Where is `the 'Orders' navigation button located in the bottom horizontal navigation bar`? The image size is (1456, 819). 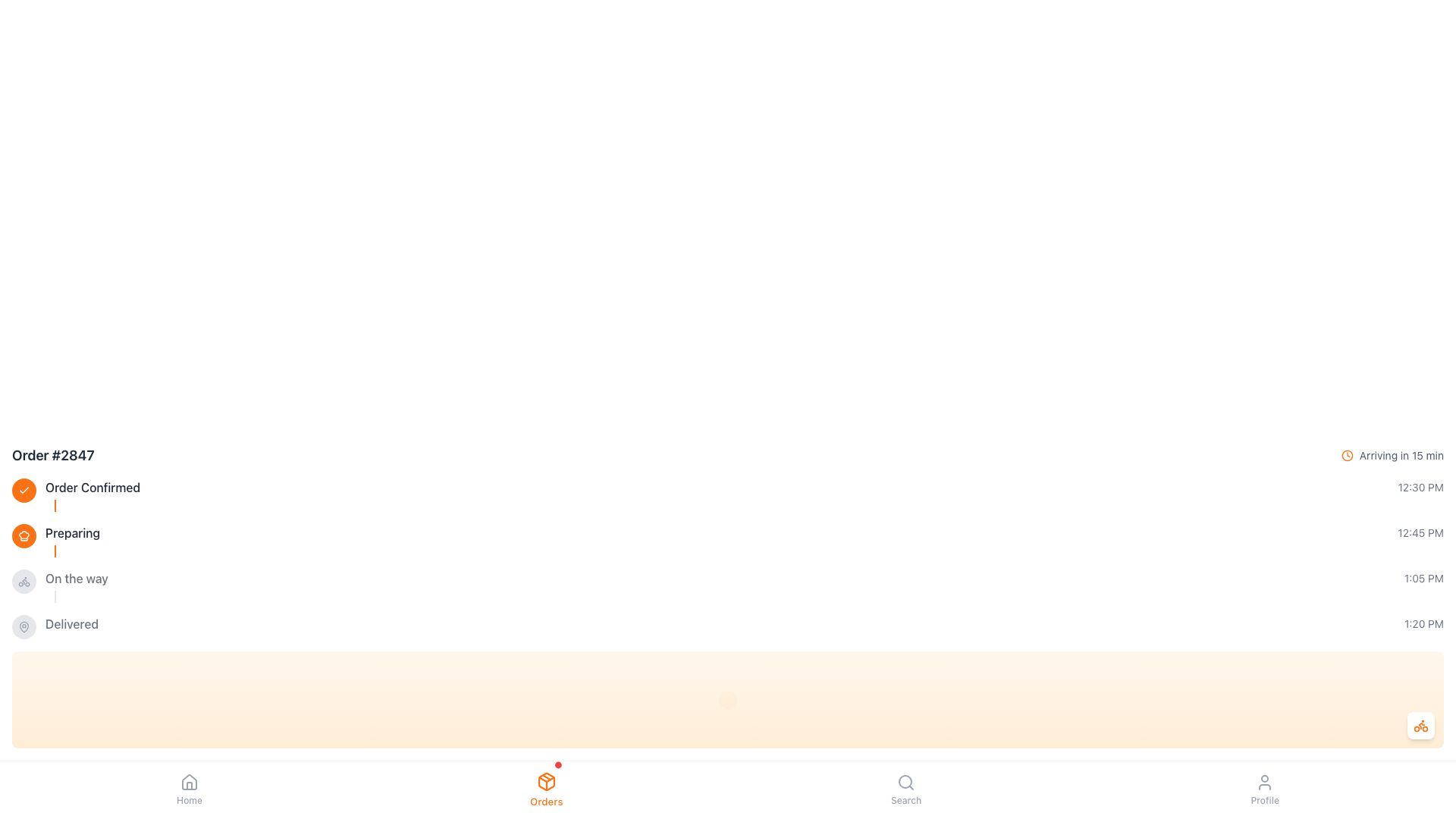 the 'Orders' navigation button located in the bottom horizontal navigation bar is located at coordinates (546, 789).